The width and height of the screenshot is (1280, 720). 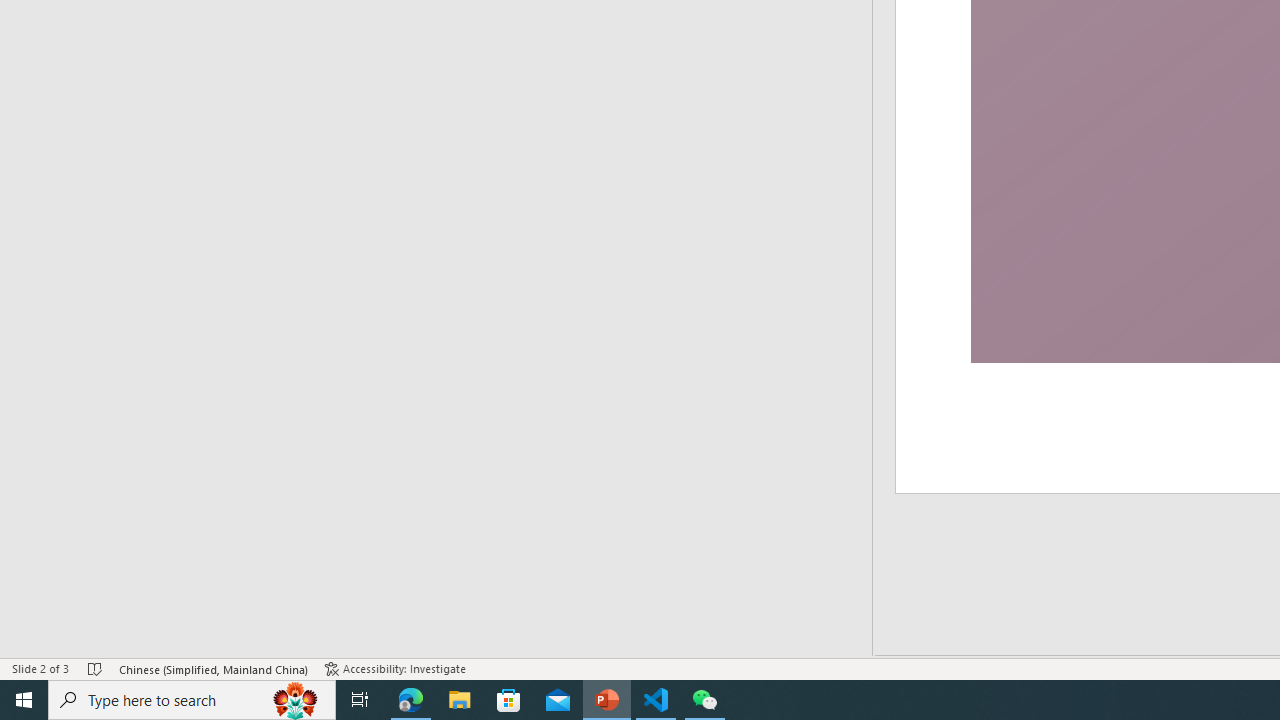 What do you see at coordinates (95, 669) in the screenshot?
I see `'Spell Check No Errors'` at bounding box center [95, 669].